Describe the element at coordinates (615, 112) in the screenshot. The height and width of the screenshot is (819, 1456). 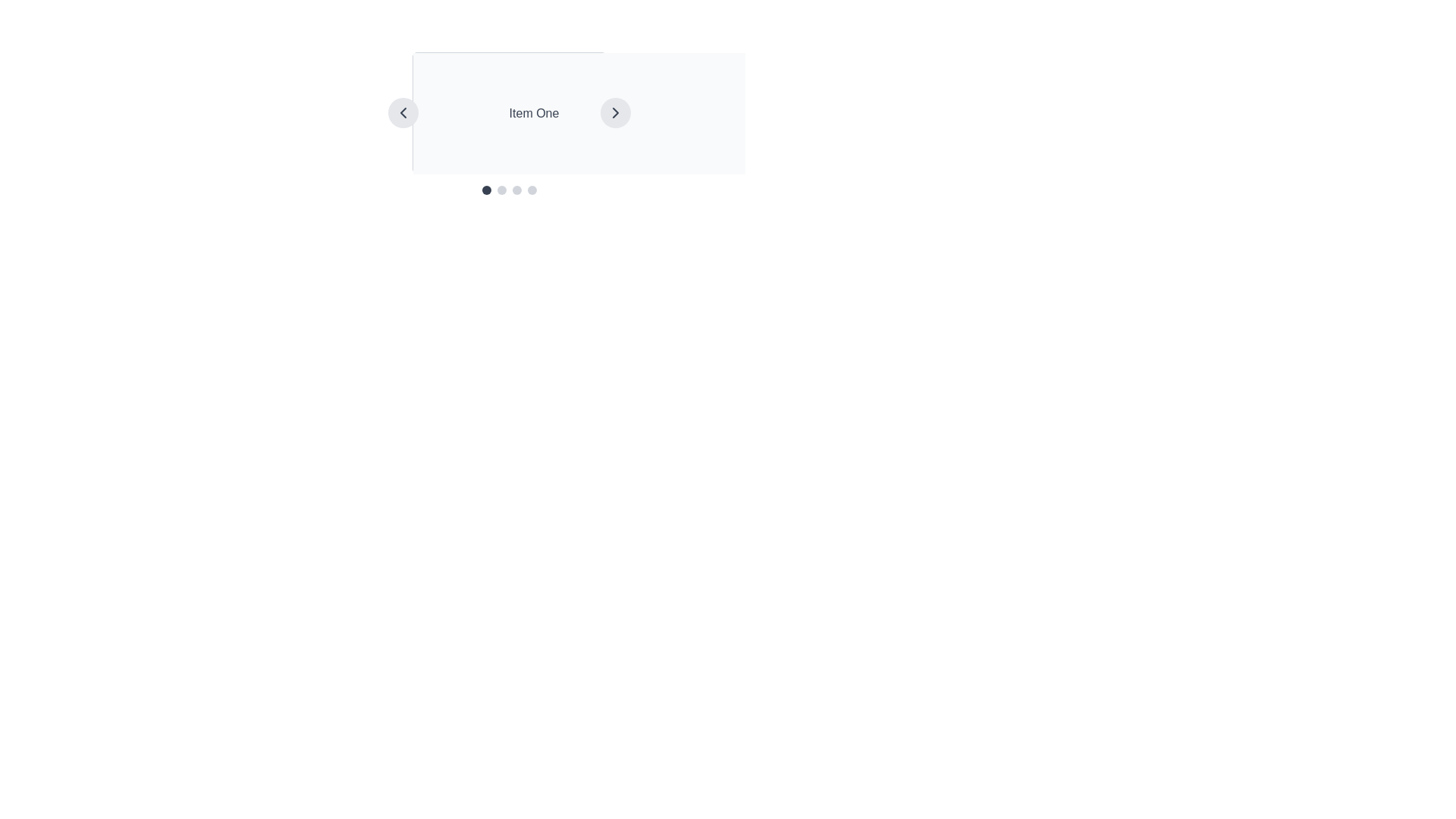
I see `the right-pointing chevron icon, which is styled in dark gray and located inside a circular button on the right of the content carousel interface` at that location.